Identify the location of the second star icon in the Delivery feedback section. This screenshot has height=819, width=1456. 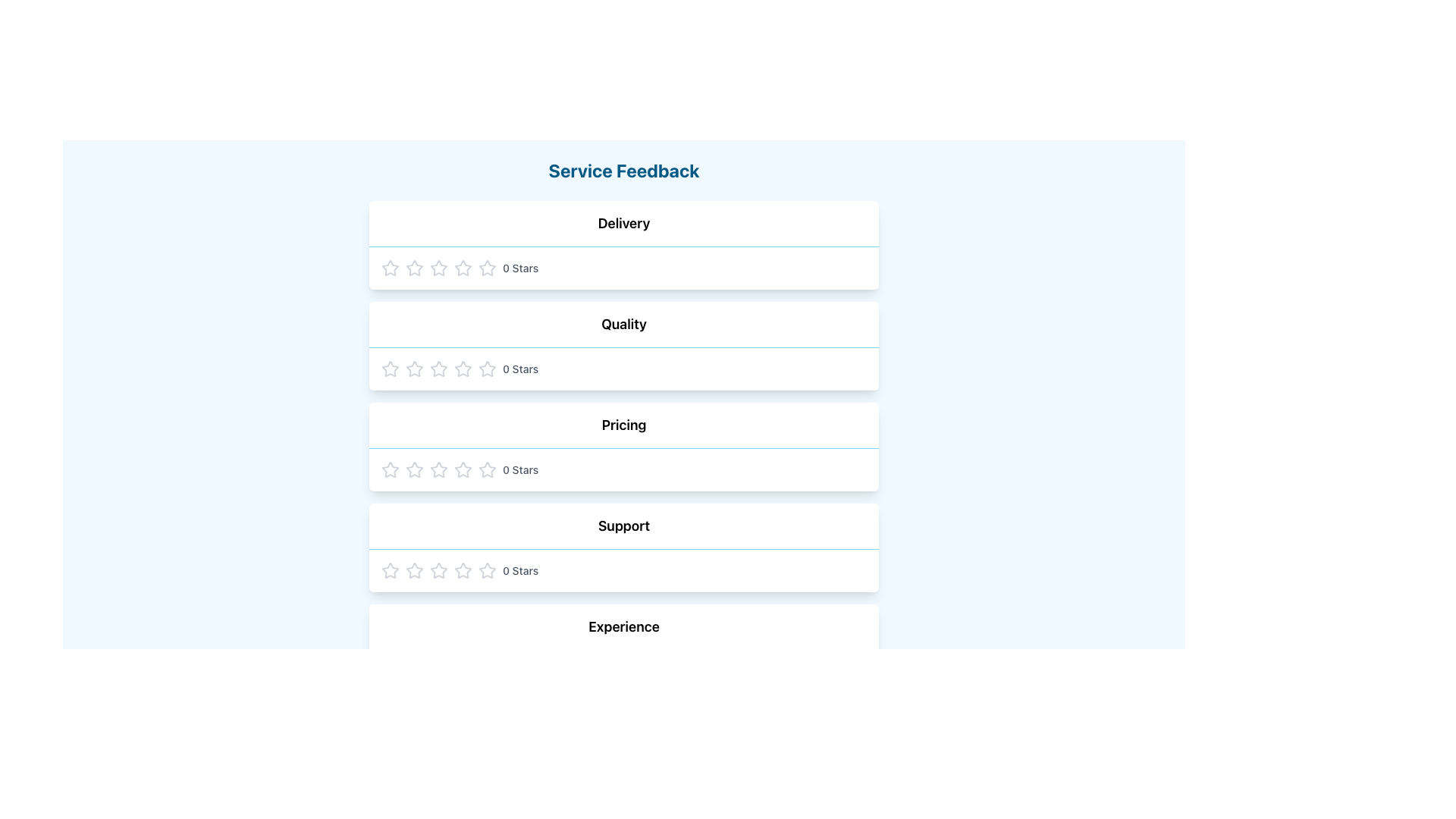
(437, 267).